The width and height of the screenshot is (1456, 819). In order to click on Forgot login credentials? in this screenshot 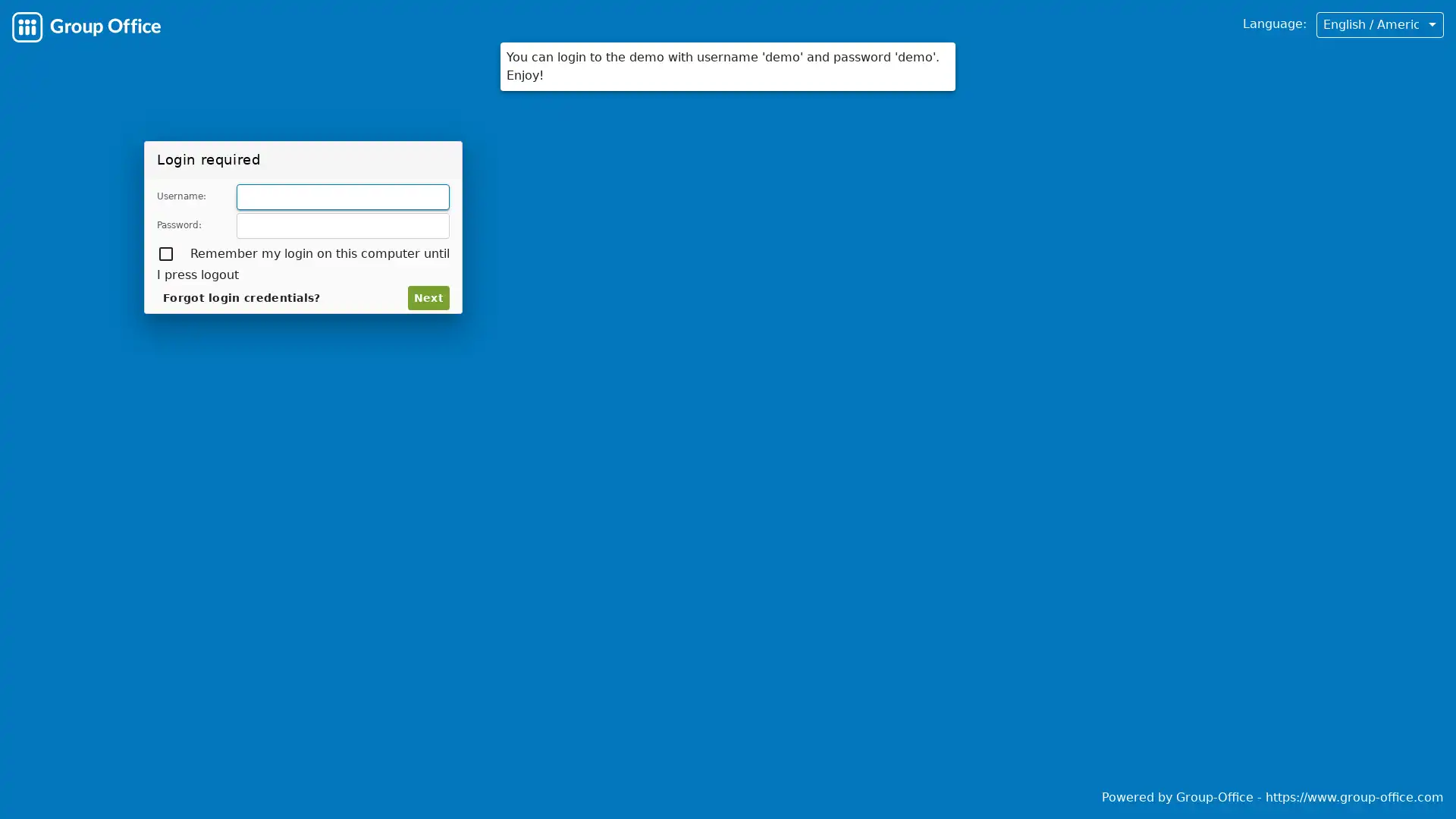, I will do `click(223, 297)`.